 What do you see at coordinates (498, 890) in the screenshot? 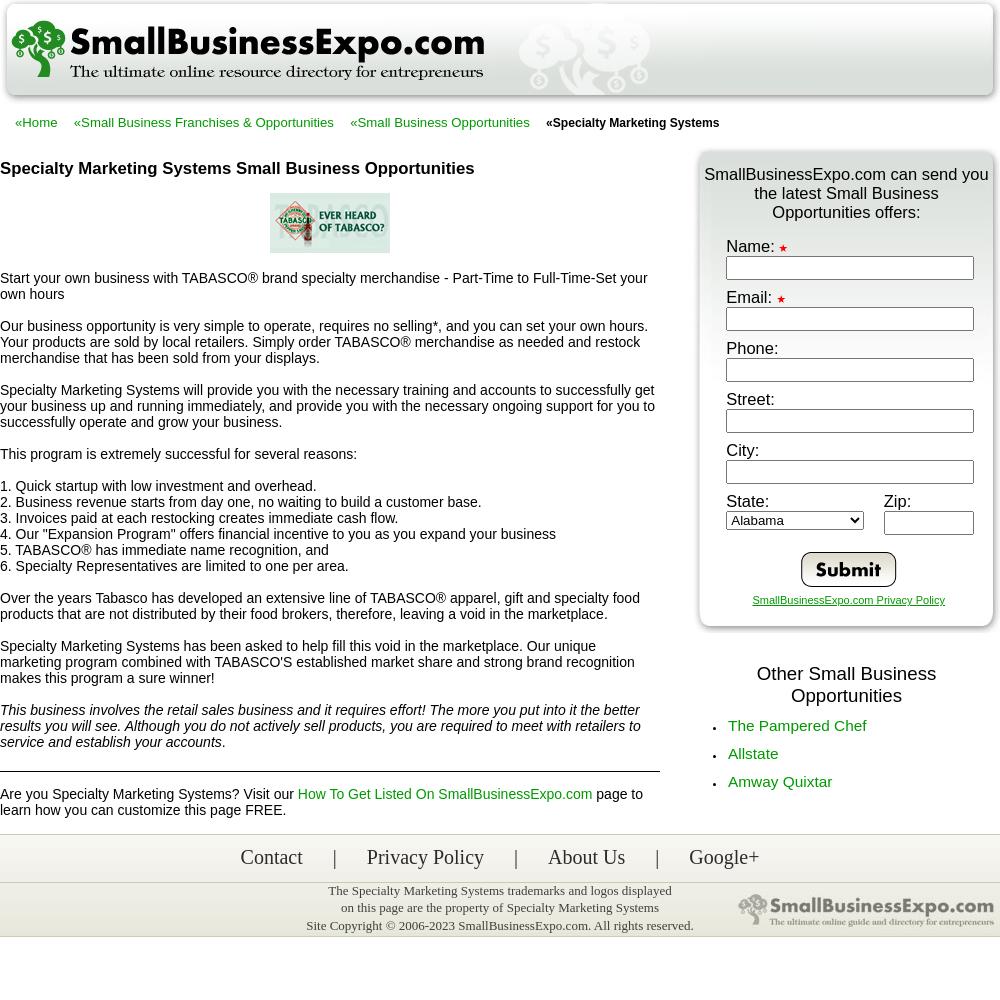
I see `'The Specialty Marketing Systems trademarks and logos displayed'` at bounding box center [498, 890].